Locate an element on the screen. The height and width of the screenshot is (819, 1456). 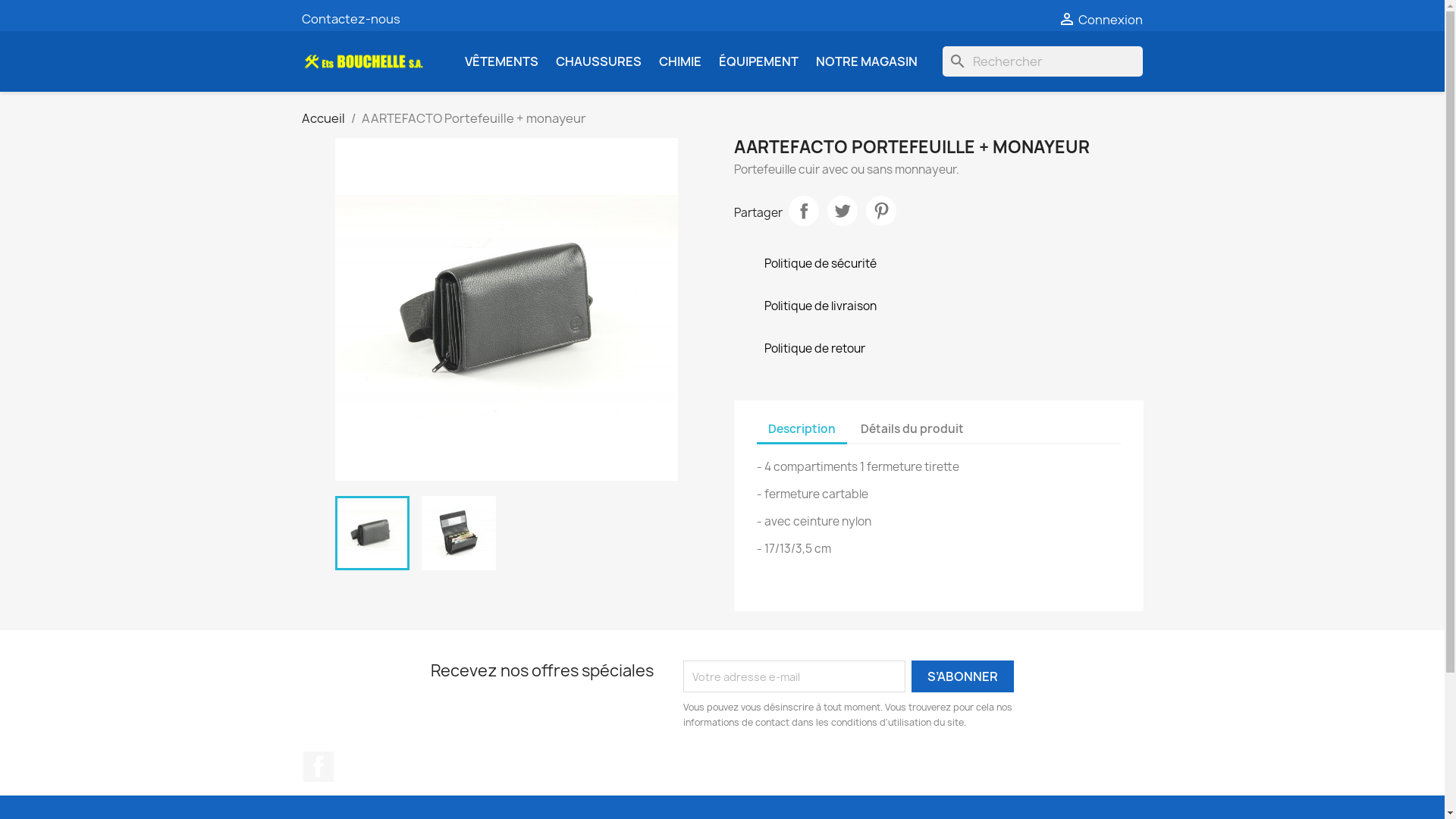
'Contactez-nous' is located at coordinates (350, 18).